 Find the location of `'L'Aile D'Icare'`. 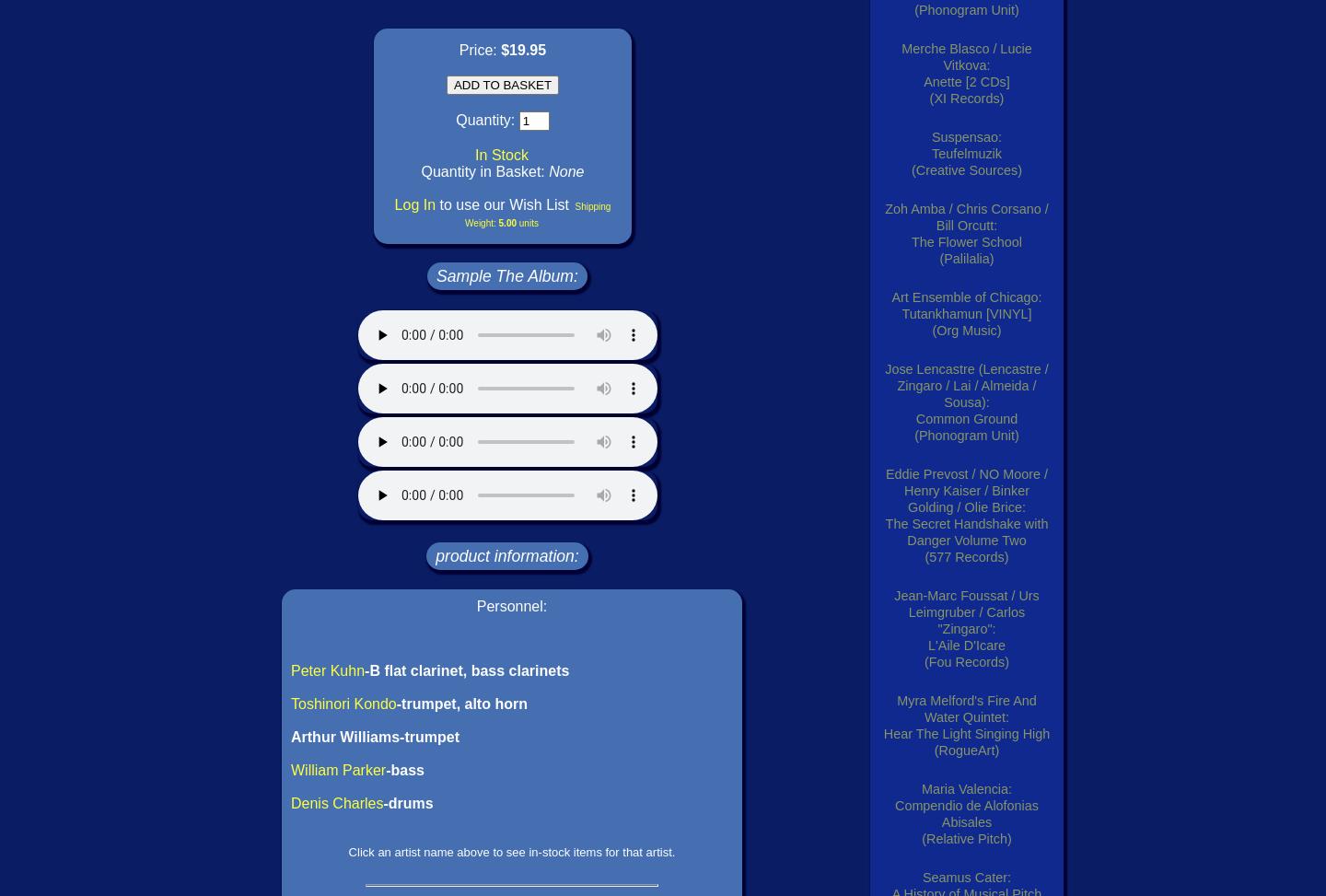

'L'Aile D'Icare' is located at coordinates (966, 646).